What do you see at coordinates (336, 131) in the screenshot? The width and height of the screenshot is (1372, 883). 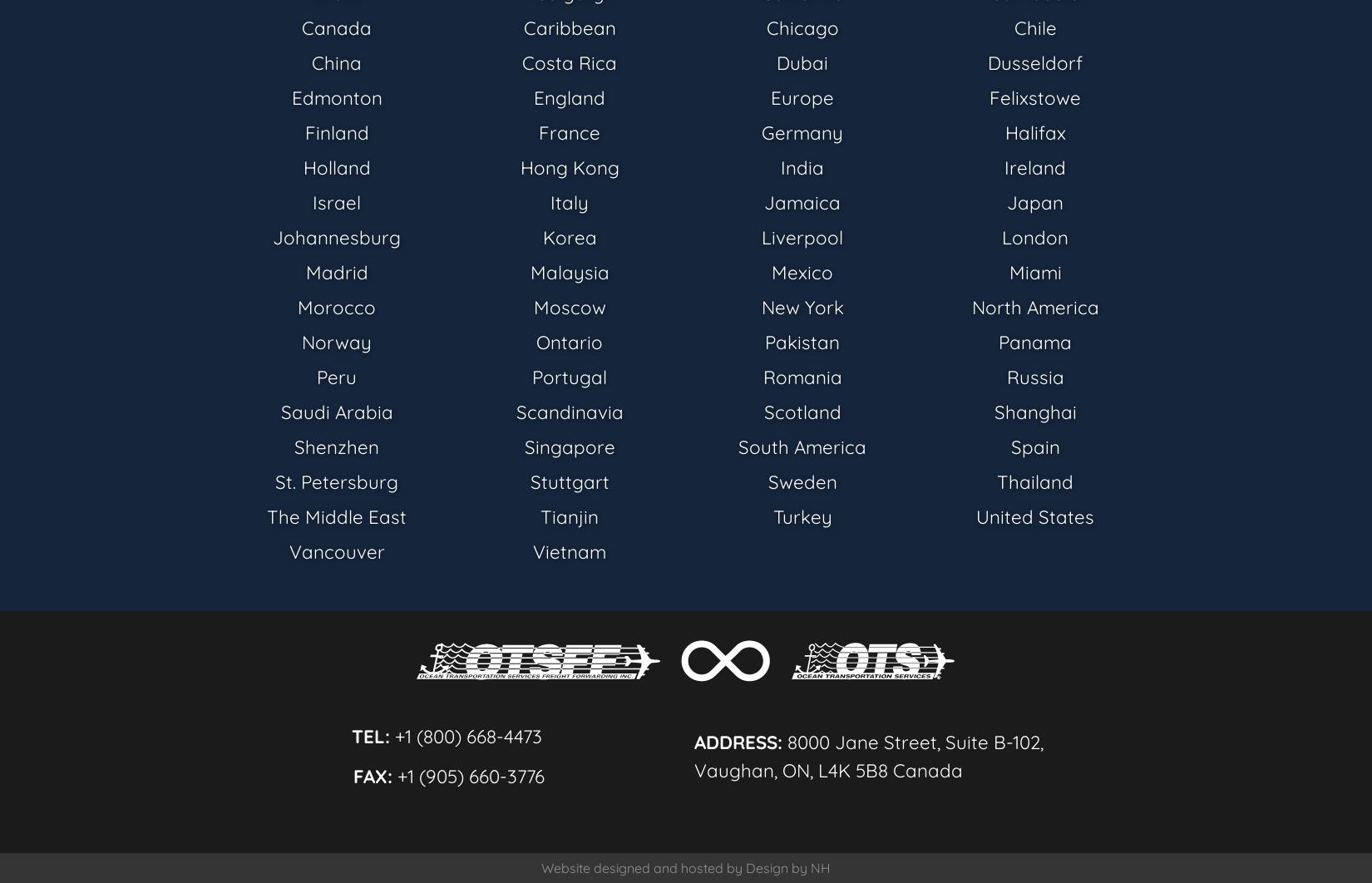 I see `'Finland'` at bounding box center [336, 131].